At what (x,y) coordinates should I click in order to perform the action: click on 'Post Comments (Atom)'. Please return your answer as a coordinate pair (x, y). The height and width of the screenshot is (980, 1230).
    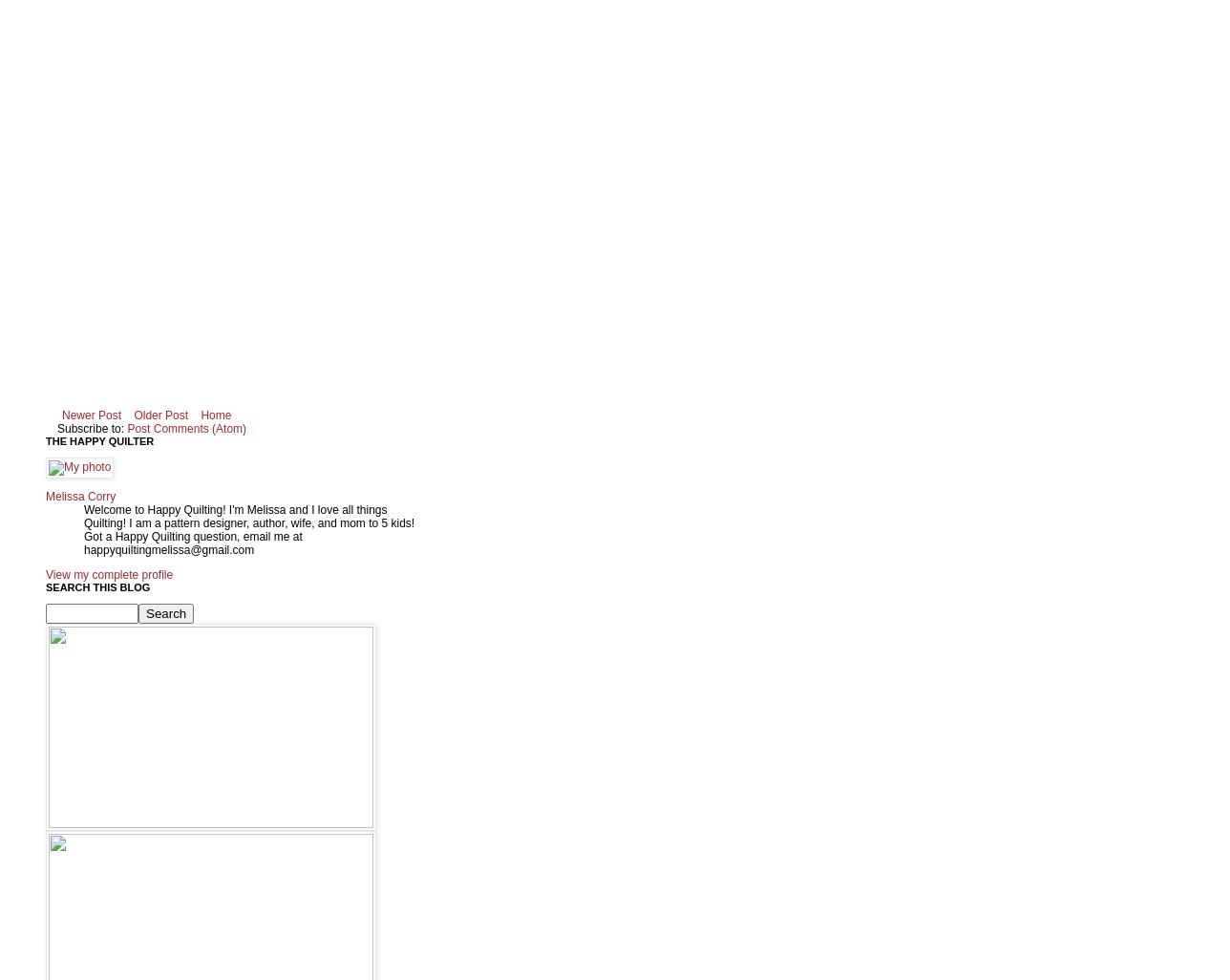
    Looking at the image, I should click on (186, 427).